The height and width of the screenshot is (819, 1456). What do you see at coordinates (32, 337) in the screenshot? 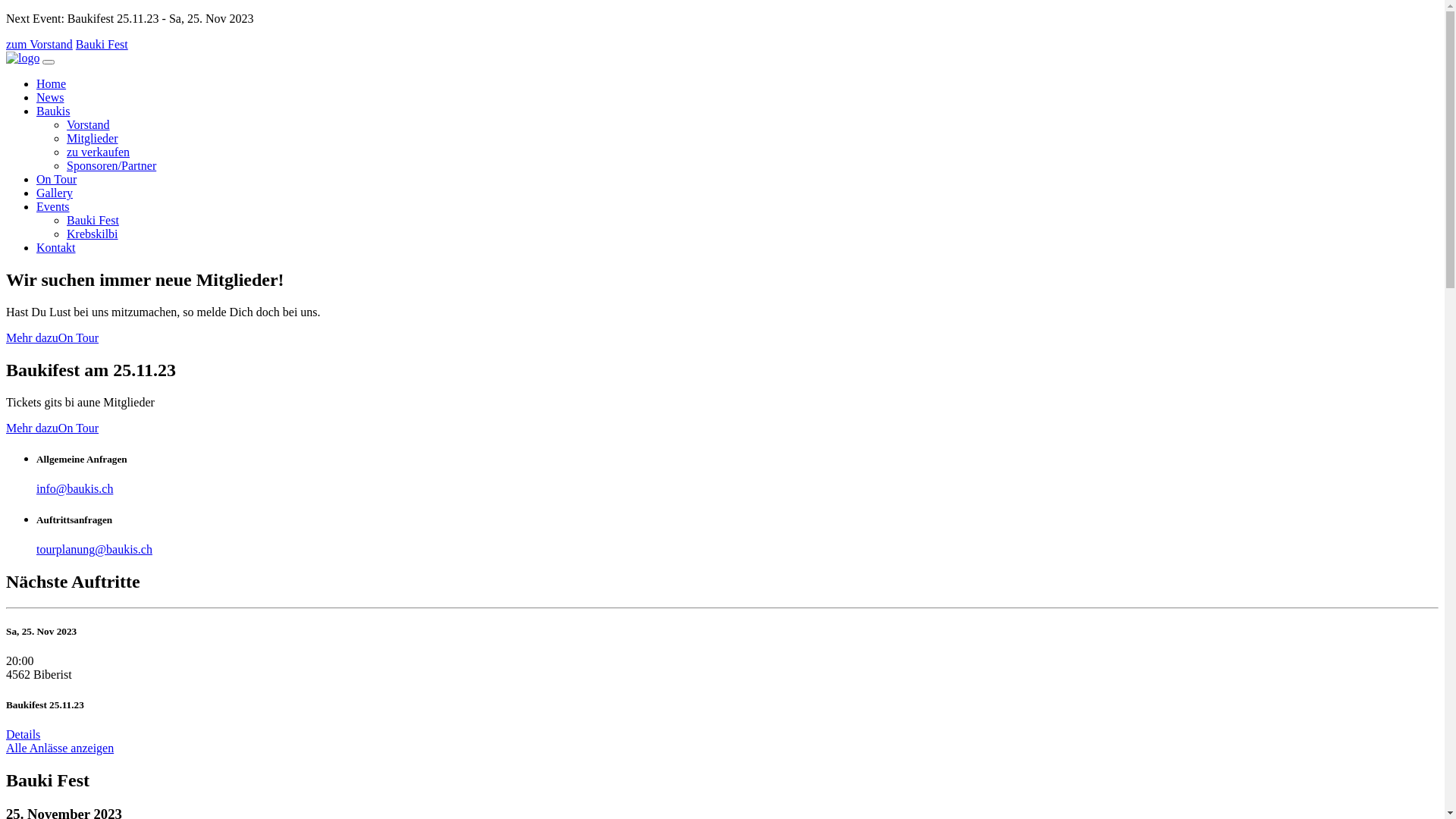
I see `'Mehr dazu'` at bounding box center [32, 337].